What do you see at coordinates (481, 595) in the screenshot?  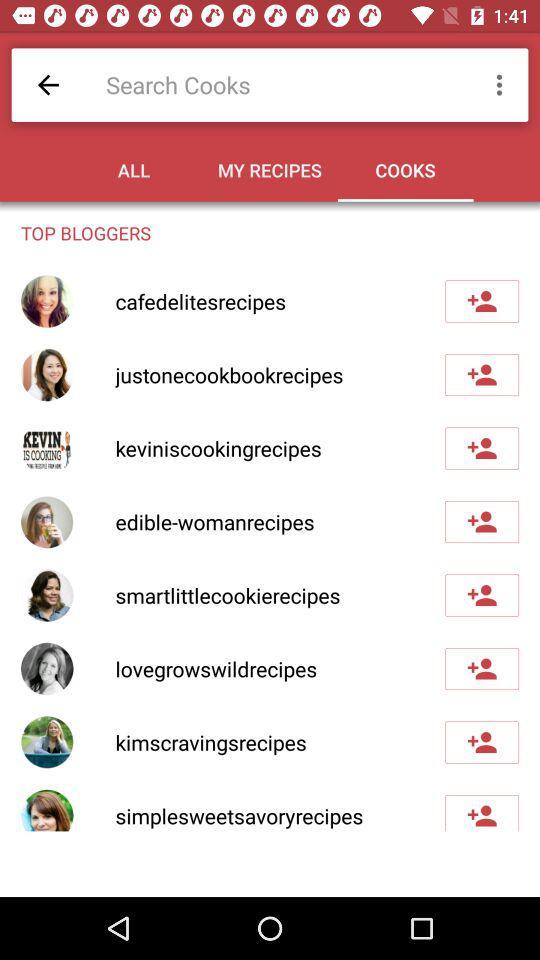 I see `blogger` at bounding box center [481, 595].